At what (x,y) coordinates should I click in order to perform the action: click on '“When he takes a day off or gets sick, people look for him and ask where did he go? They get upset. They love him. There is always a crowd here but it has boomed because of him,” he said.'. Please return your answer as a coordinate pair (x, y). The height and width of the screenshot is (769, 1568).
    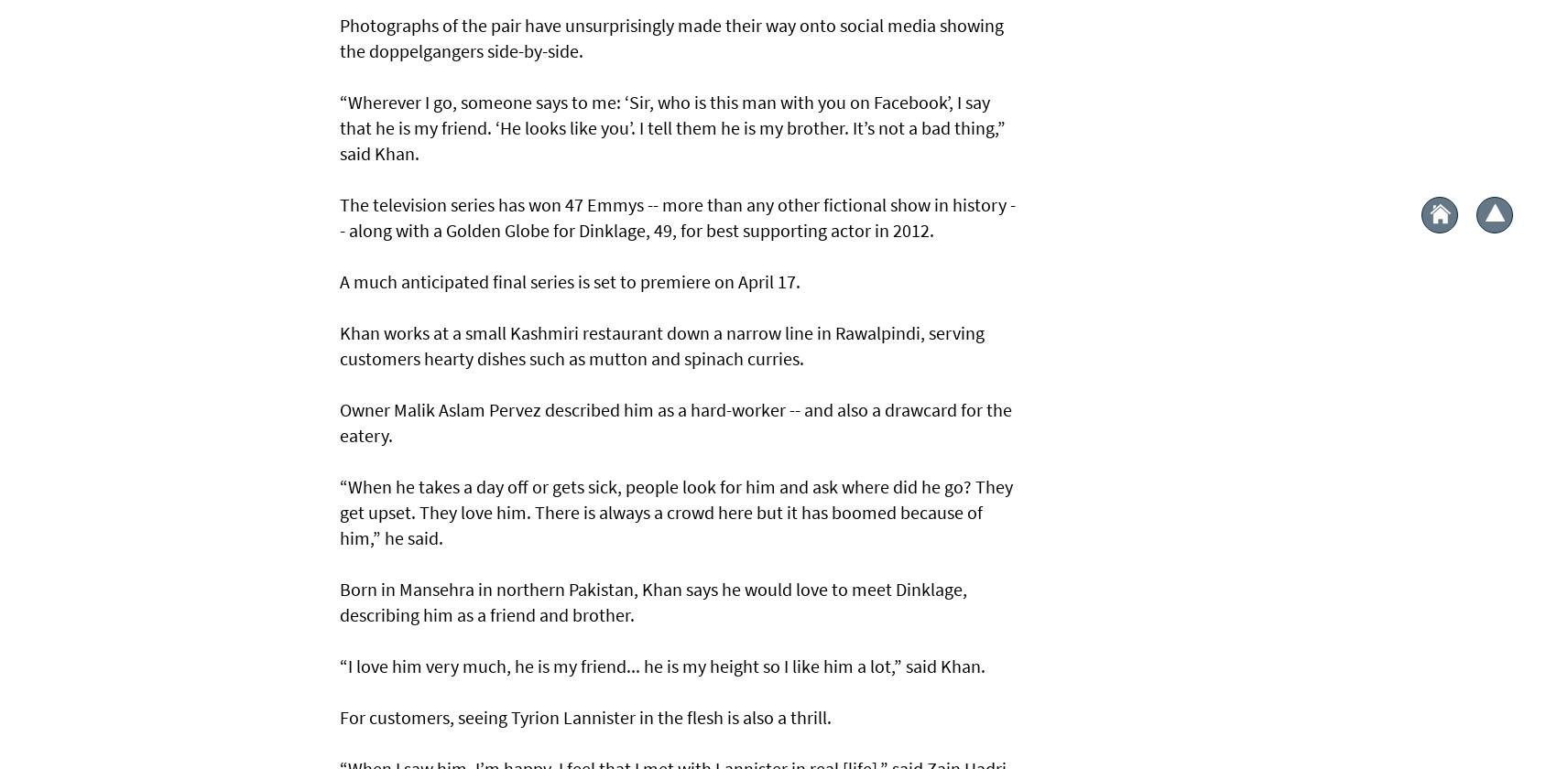
    Looking at the image, I should click on (676, 511).